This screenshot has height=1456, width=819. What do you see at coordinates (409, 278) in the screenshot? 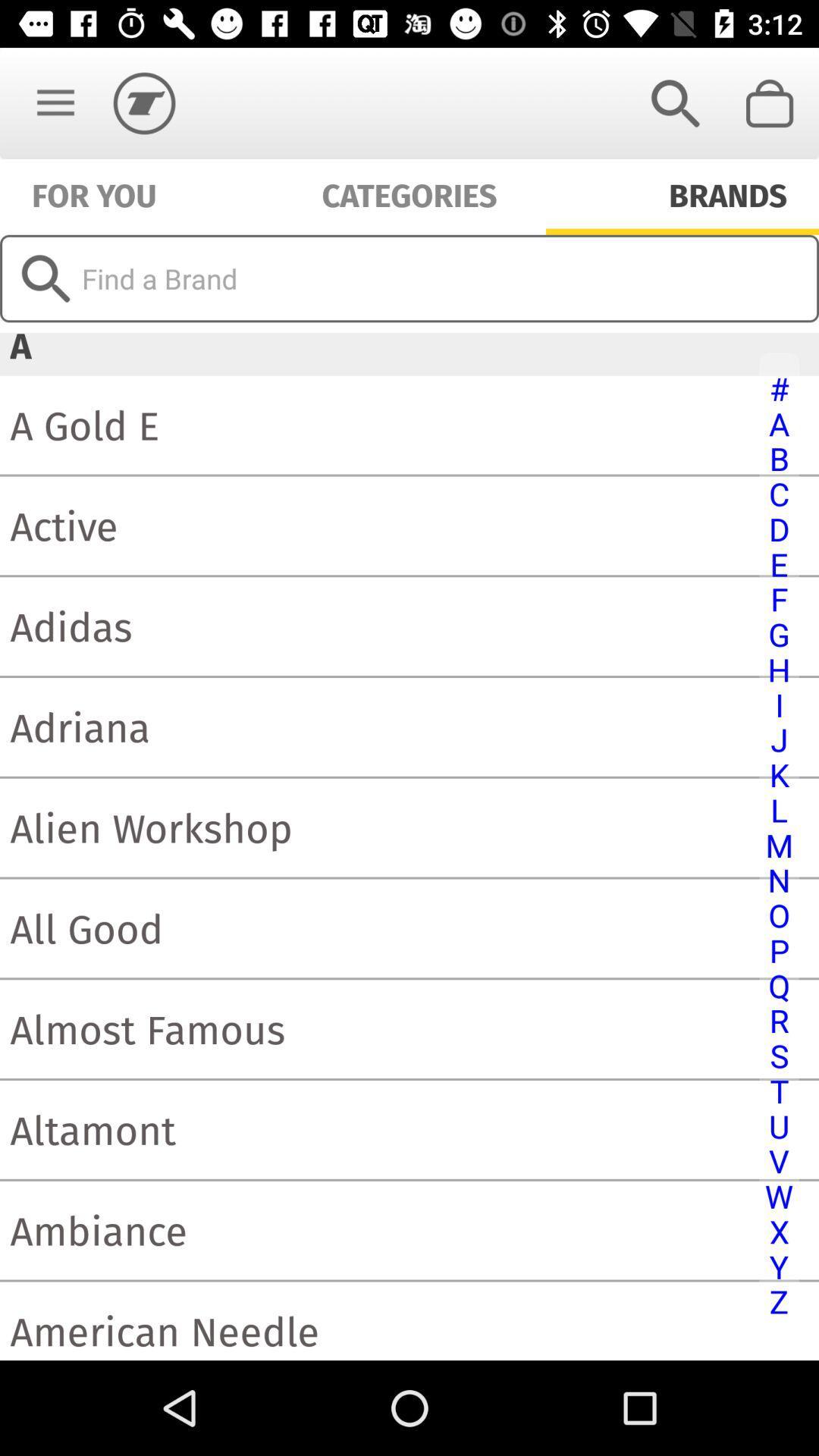
I see `search for band by name` at bounding box center [409, 278].